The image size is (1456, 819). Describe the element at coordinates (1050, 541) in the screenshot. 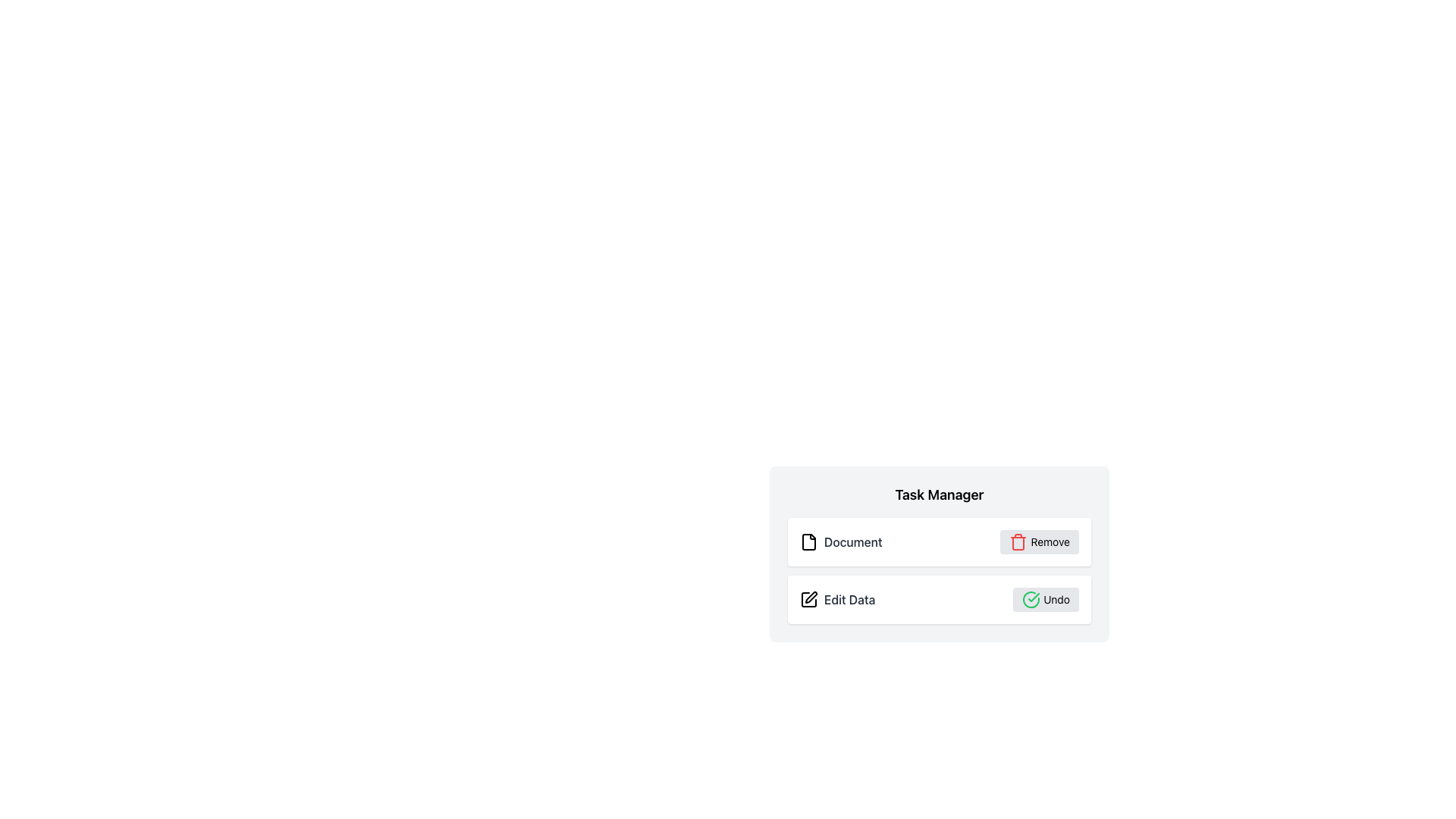

I see `the 'Remove' text label located to the right of the red trash can icon within the button group in the 'Task Manager' section` at that location.